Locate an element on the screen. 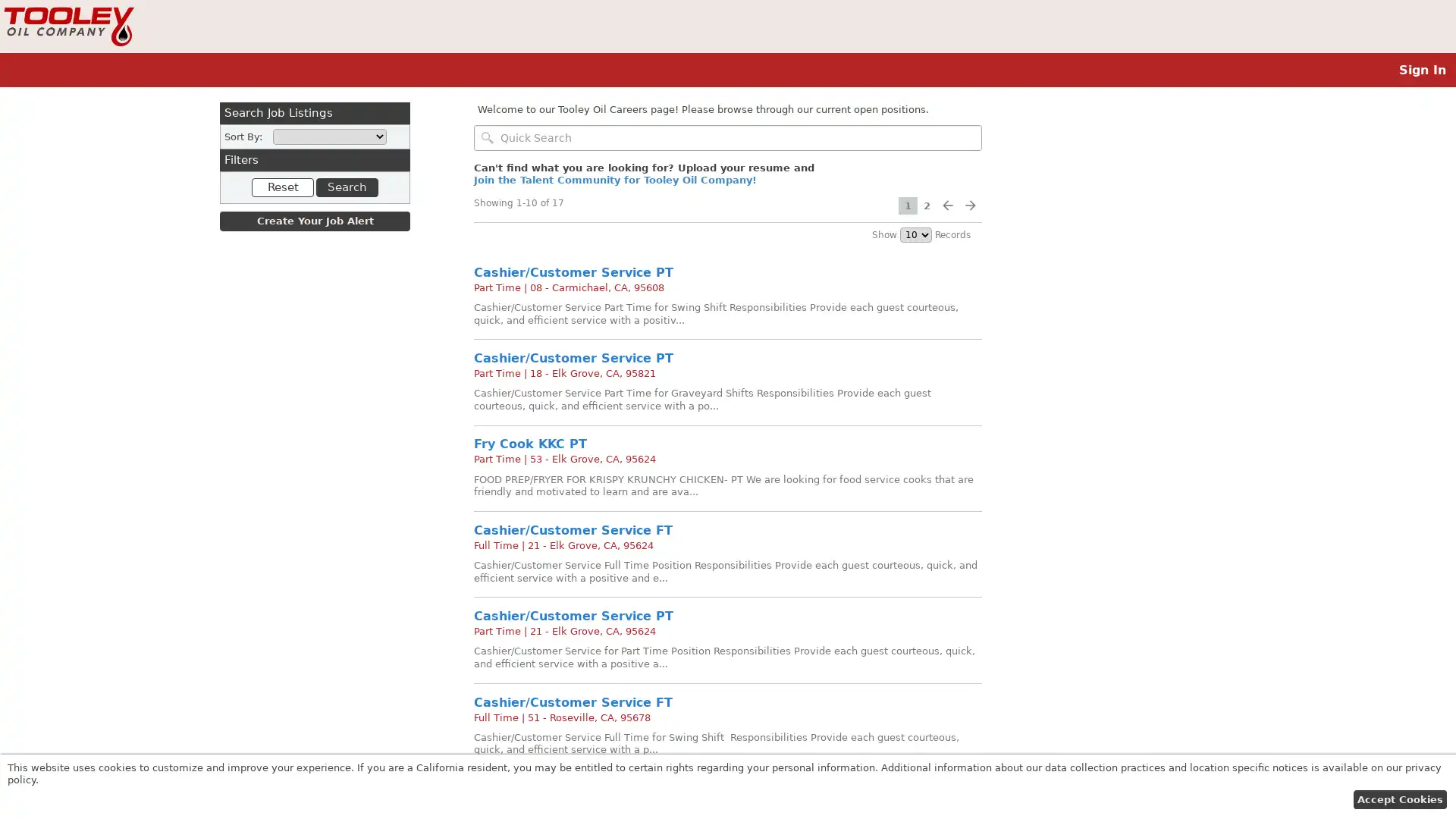  Accept Cookies is located at coordinates (1398, 799).